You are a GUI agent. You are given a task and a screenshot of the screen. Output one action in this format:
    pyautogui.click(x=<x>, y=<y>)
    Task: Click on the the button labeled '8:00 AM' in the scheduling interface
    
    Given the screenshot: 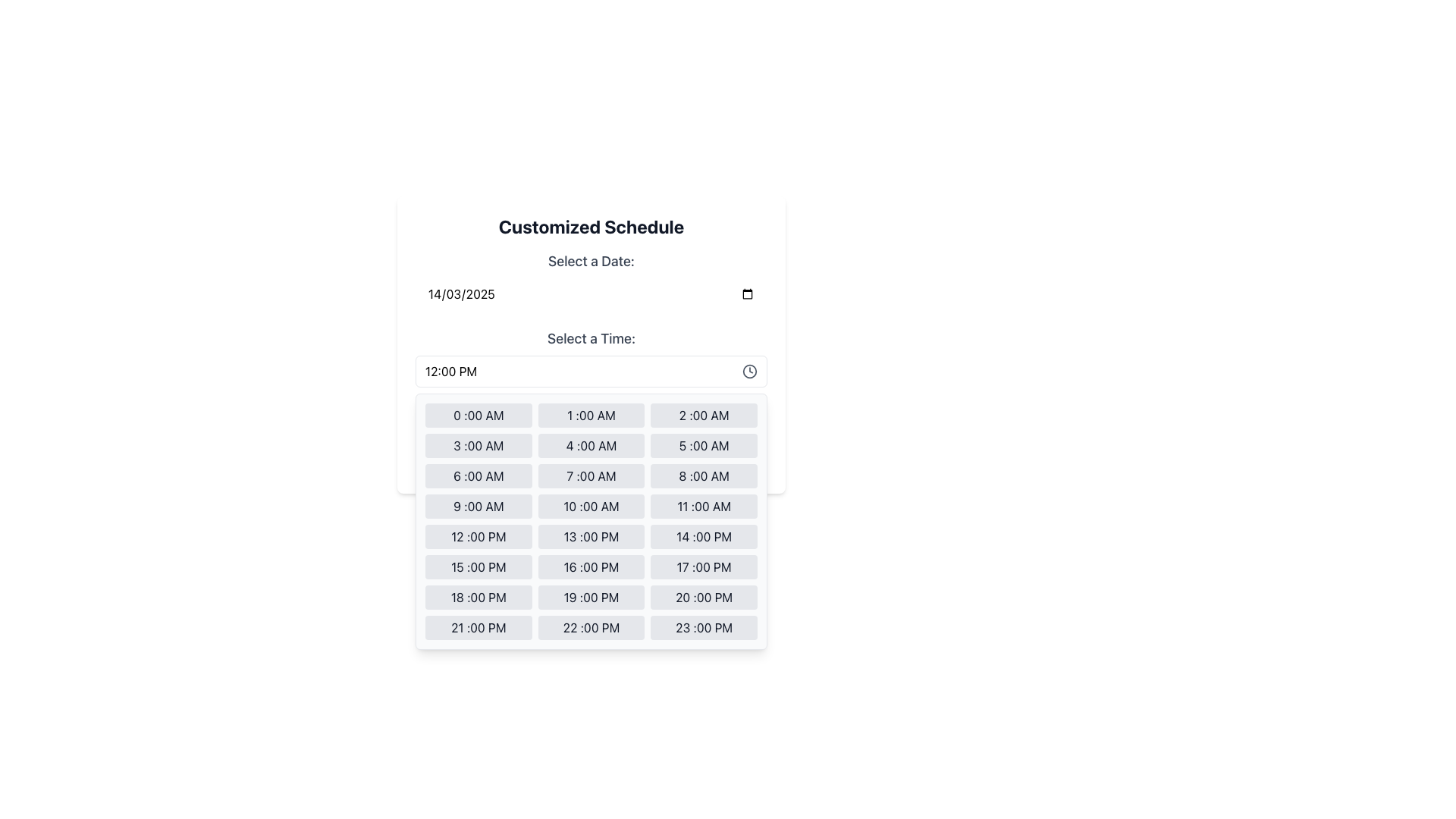 What is the action you would take?
    pyautogui.click(x=703, y=475)
    